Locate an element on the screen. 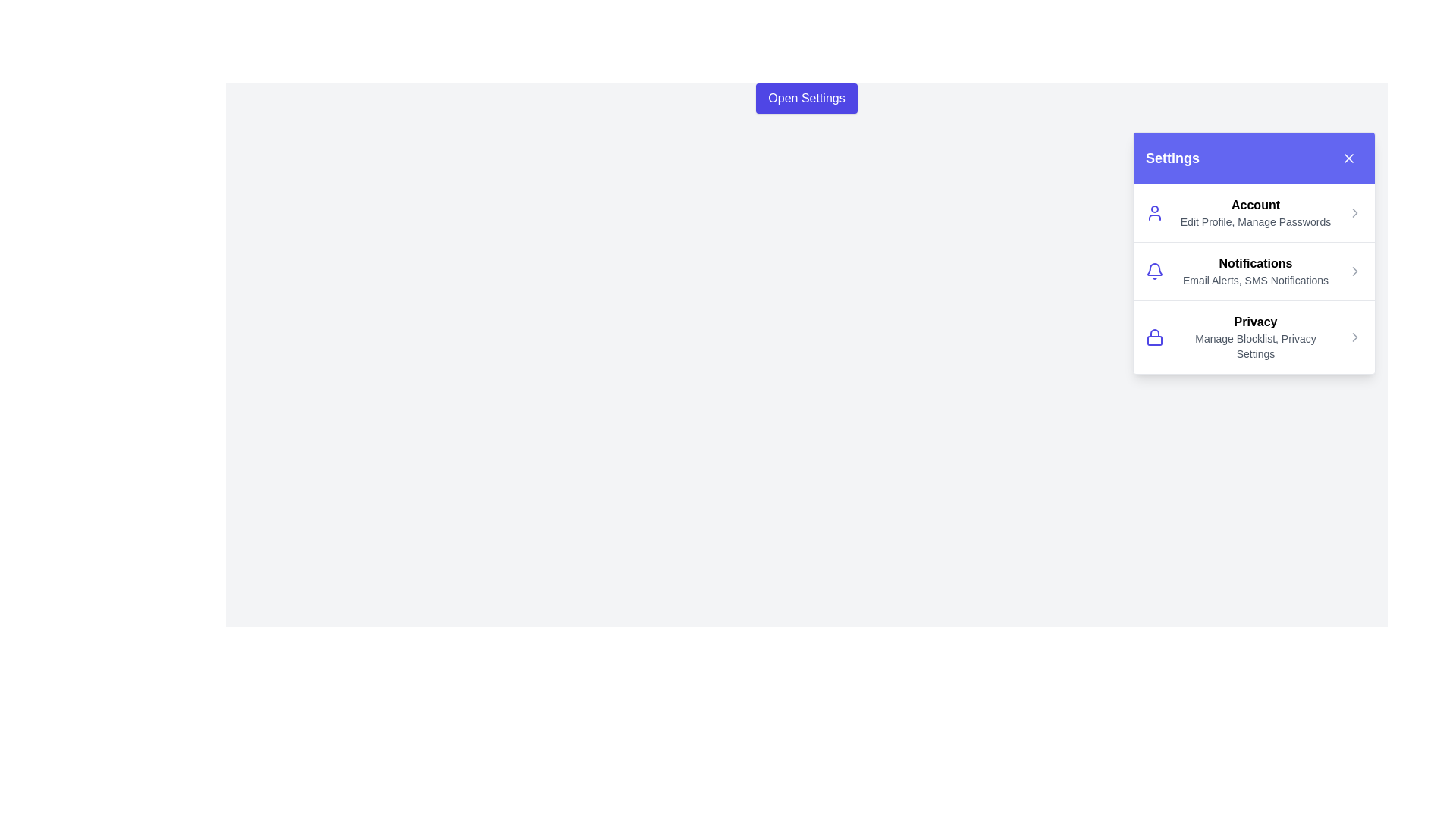 The height and width of the screenshot is (819, 1456). the purple outlined lock icon located to the left of the 'Privacy: Manage Blocklist, Privacy Settings' text in the third row of options in the 'Settings' panel is located at coordinates (1153, 336).